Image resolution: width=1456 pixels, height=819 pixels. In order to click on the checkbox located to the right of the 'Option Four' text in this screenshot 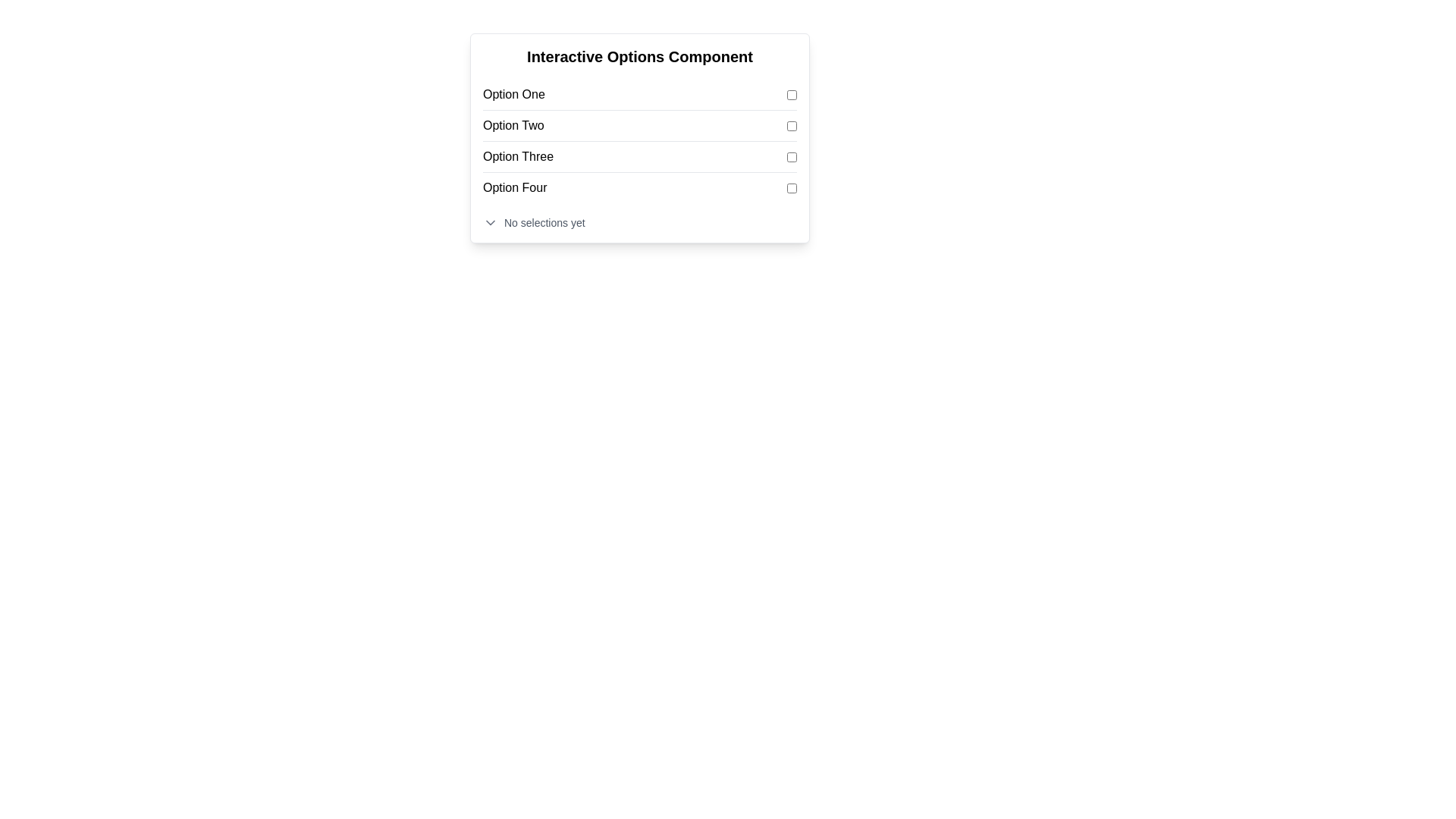, I will do `click(791, 187)`.